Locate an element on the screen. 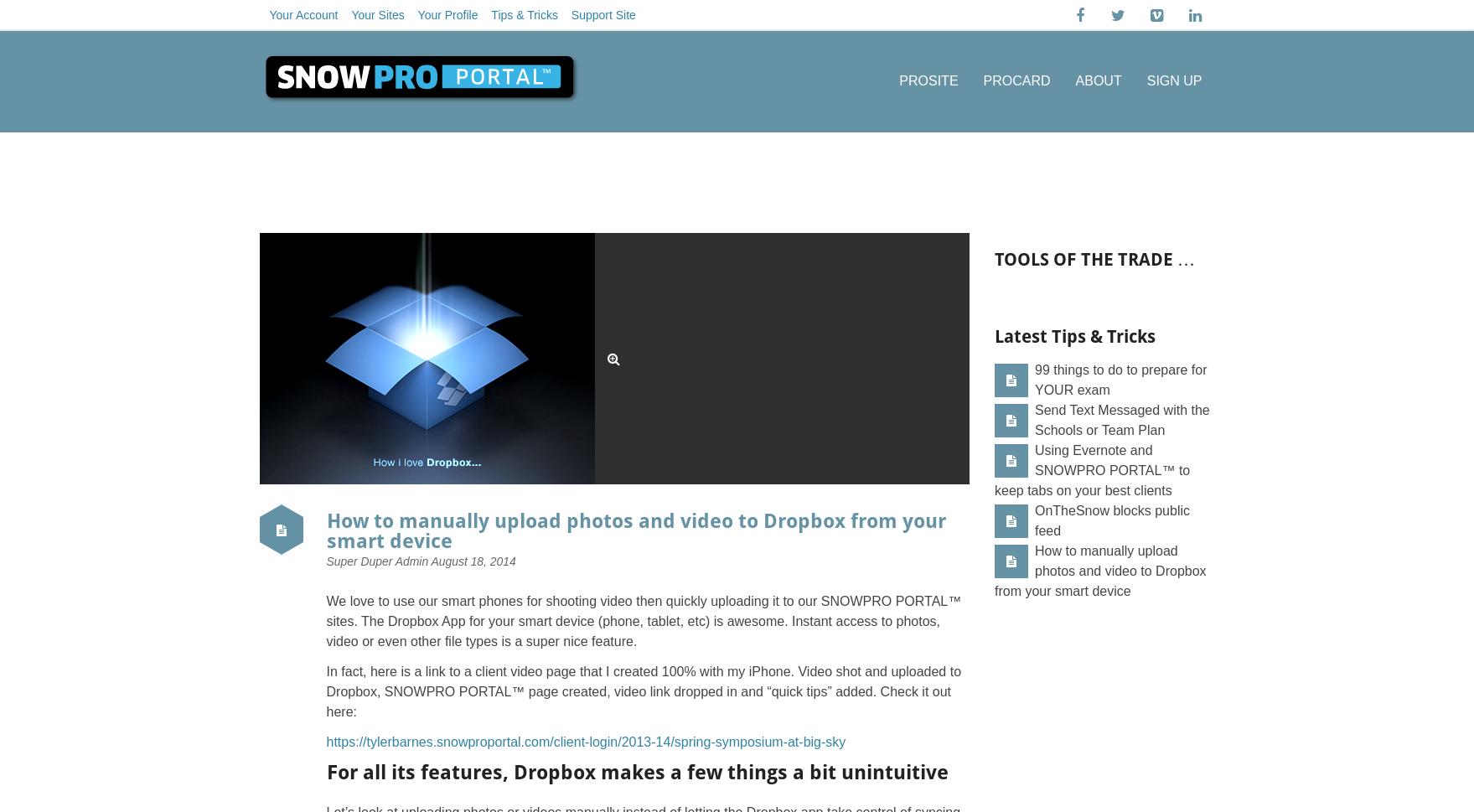 The height and width of the screenshot is (812, 1474). 'In fact, here is a link to a client video page that I created 100% with my iPhone. Video shot and uploaded to Dropbox, SNOWPRO PORTAL™ page created, video link dropped in and “quick tips” added. Check it out here:' is located at coordinates (325, 691).